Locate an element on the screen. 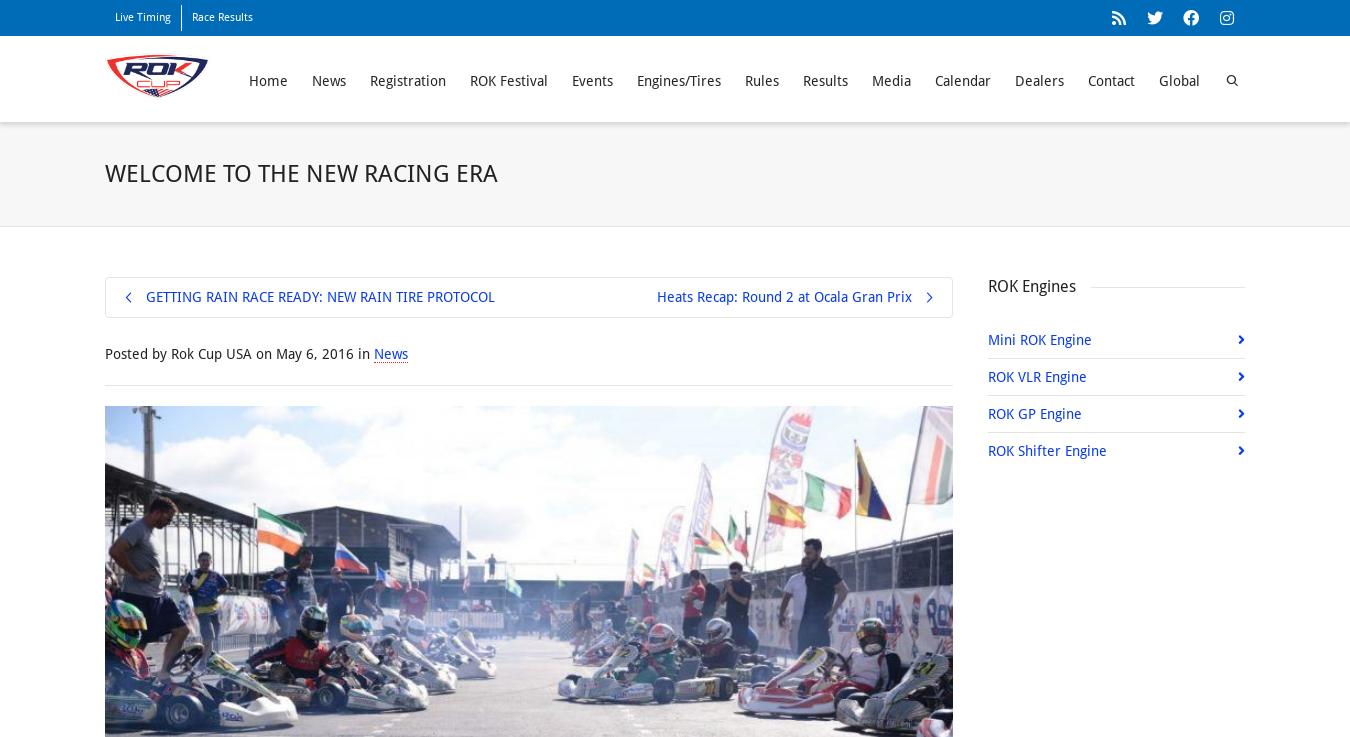 The image size is (1350, 737). 'size' is located at coordinates (444, 48).